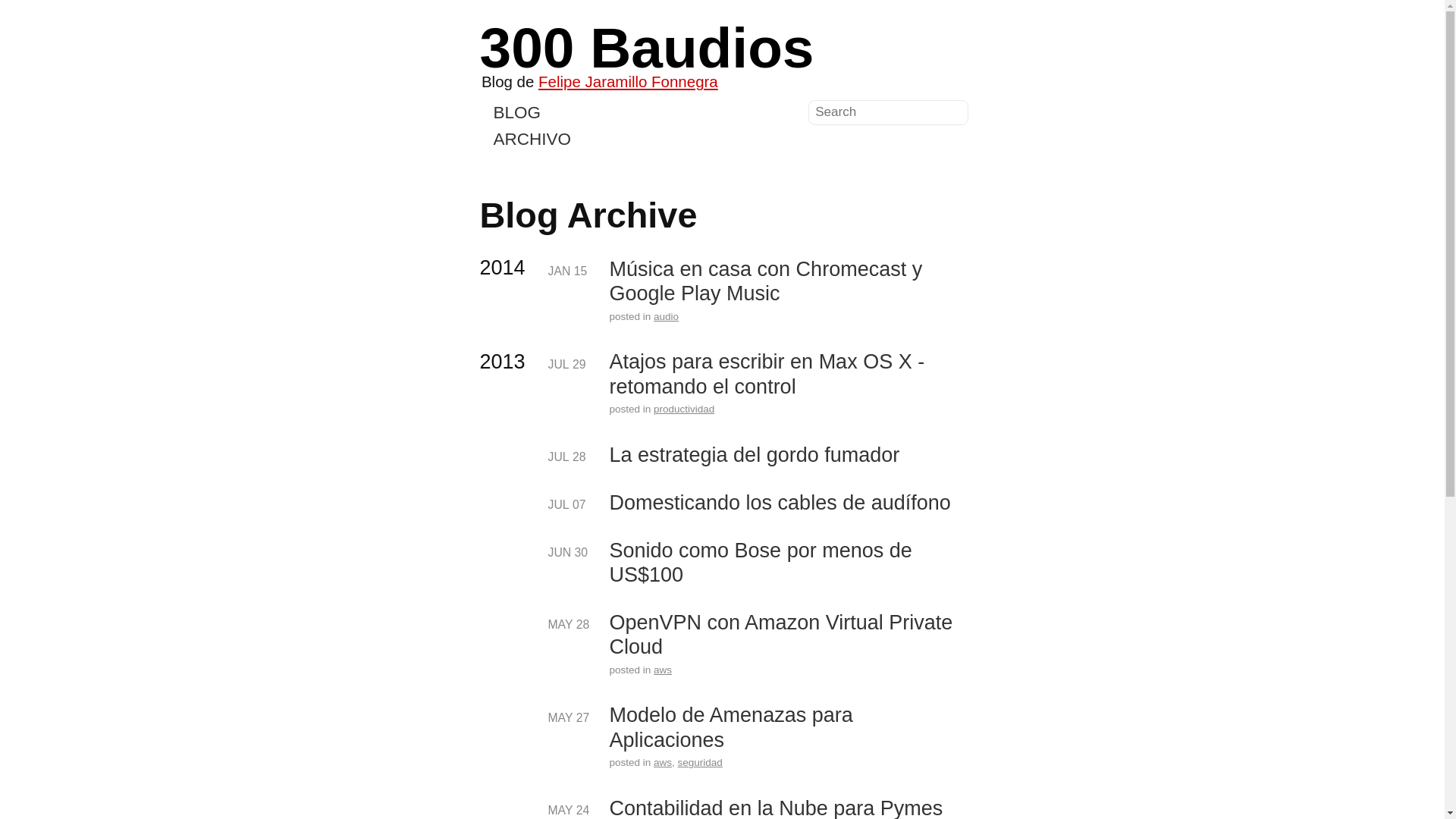 The height and width of the screenshot is (819, 1456). Describe the element at coordinates (666, 315) in the screenshot. I see `'audio'` at that location.